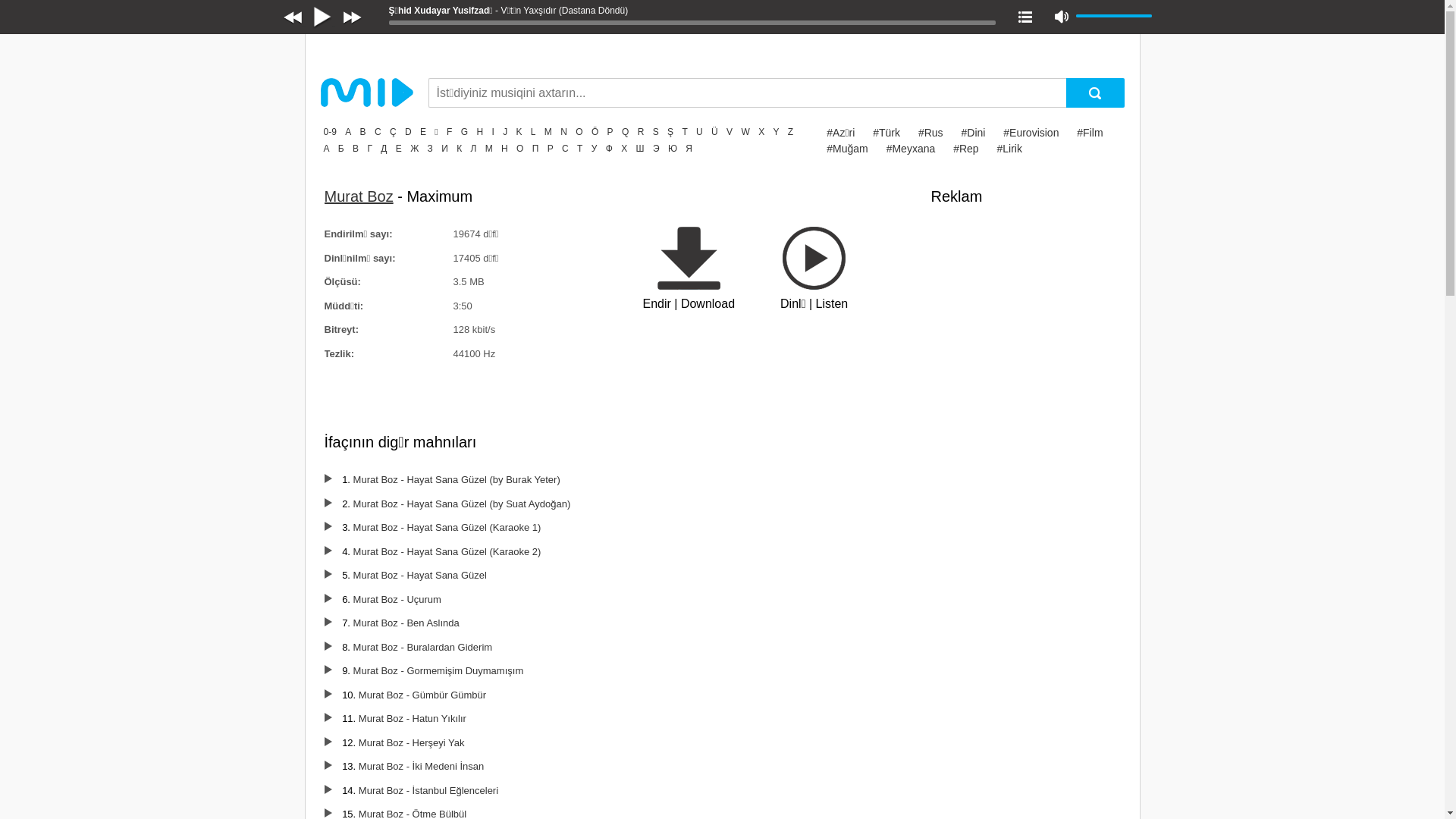  What do you see at coordinates (563, 130) in the screenshot?
I see `'N'` at bounding box center [563, 130].